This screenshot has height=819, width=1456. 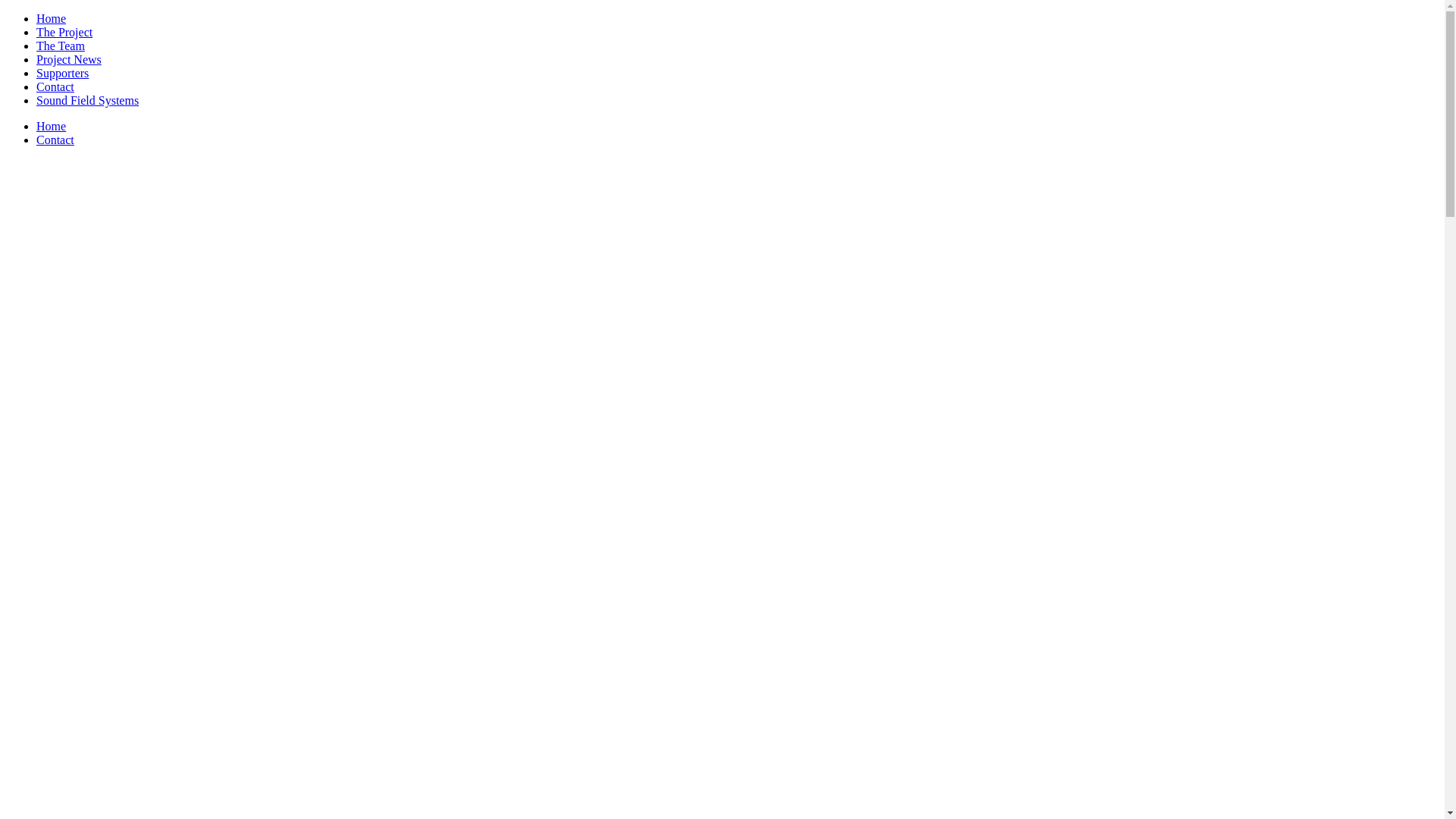 What do you see at coordinates (36, 125) in the screenshot?
I see `'Home'` at bounding box center [36, 125].